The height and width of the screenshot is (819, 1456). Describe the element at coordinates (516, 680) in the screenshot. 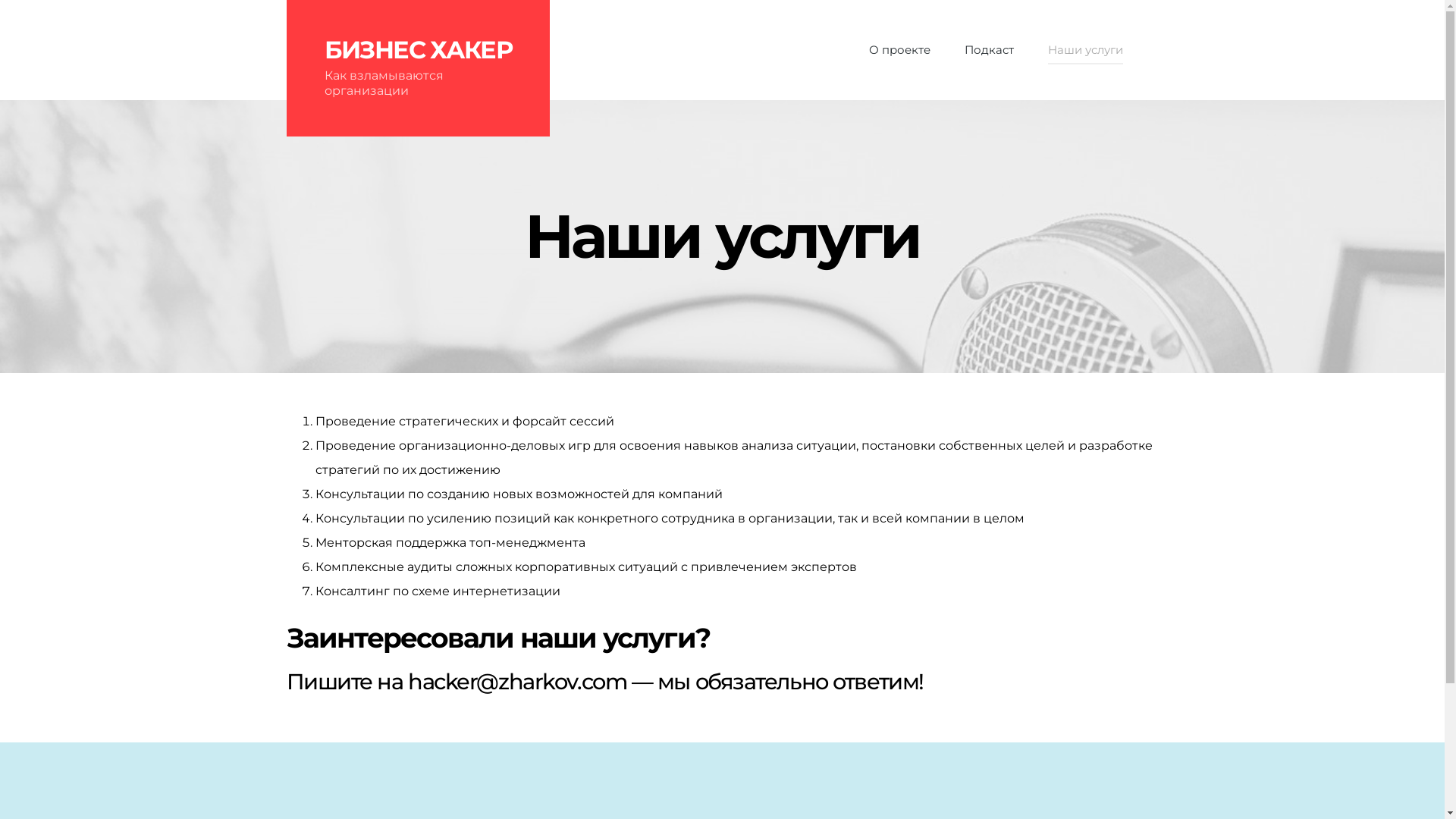

I see `'hacker@zharkov.com'` at that location.